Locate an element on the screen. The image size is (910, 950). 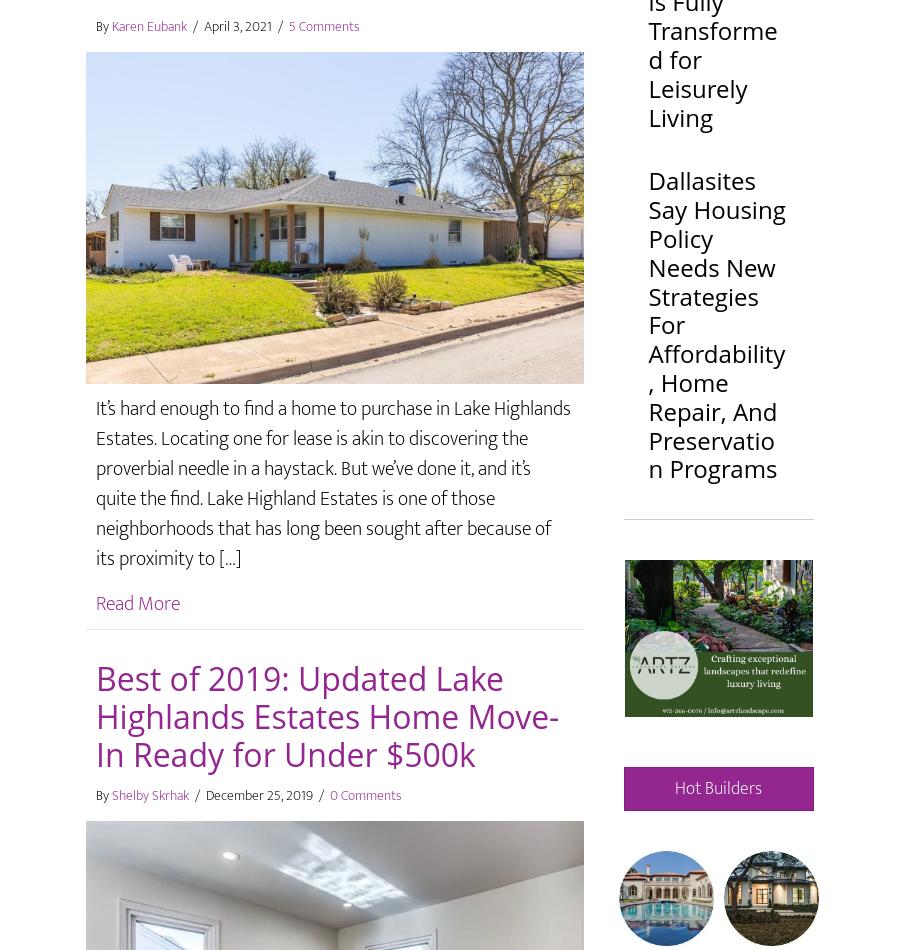
'Hot Builders' is located at coordinates (717, 787).